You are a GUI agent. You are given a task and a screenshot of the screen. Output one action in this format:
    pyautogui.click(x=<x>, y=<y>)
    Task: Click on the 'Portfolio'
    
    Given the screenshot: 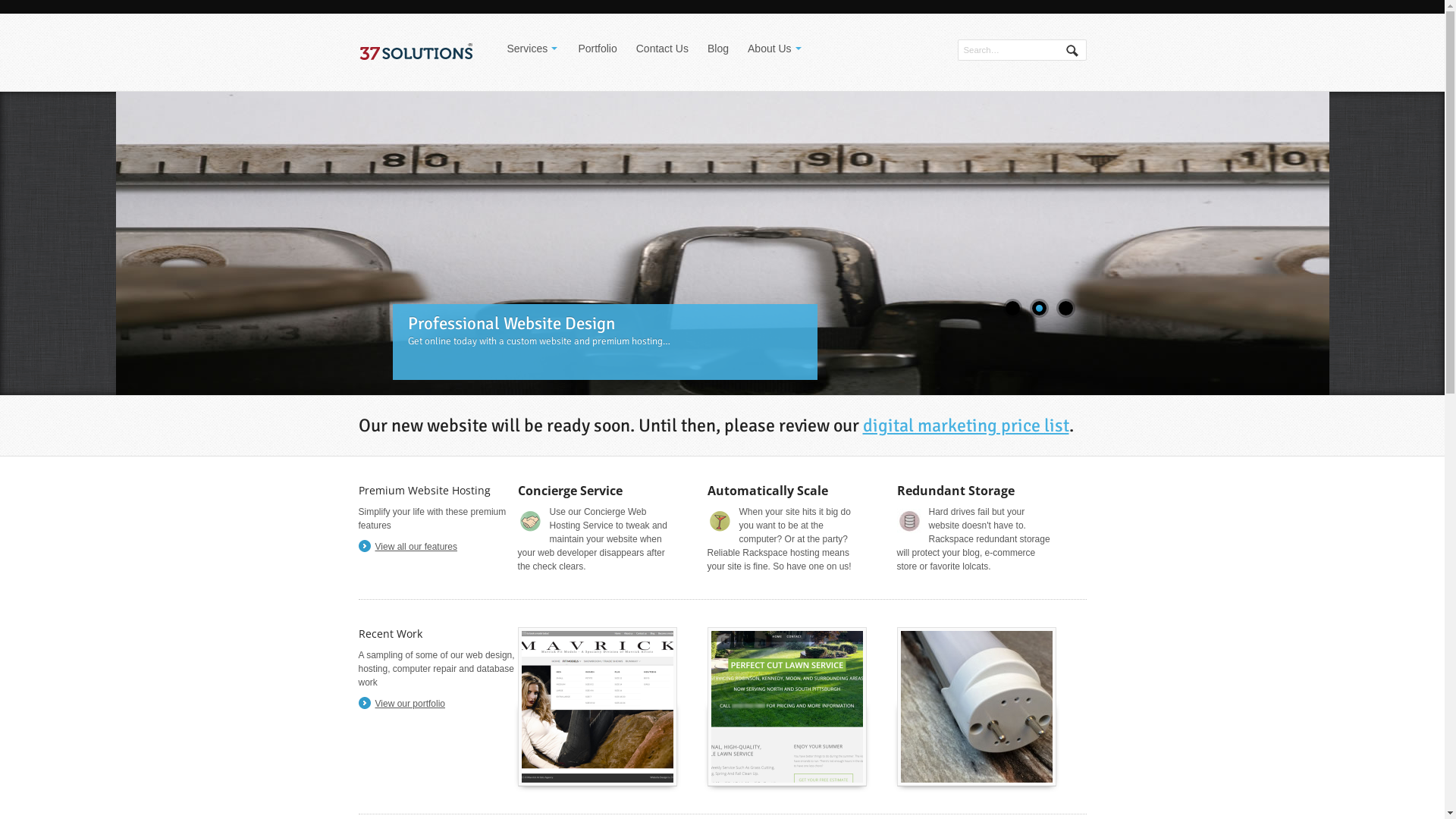 What is the action you would take?
    pyautogui.click(x=570, y=49)
    